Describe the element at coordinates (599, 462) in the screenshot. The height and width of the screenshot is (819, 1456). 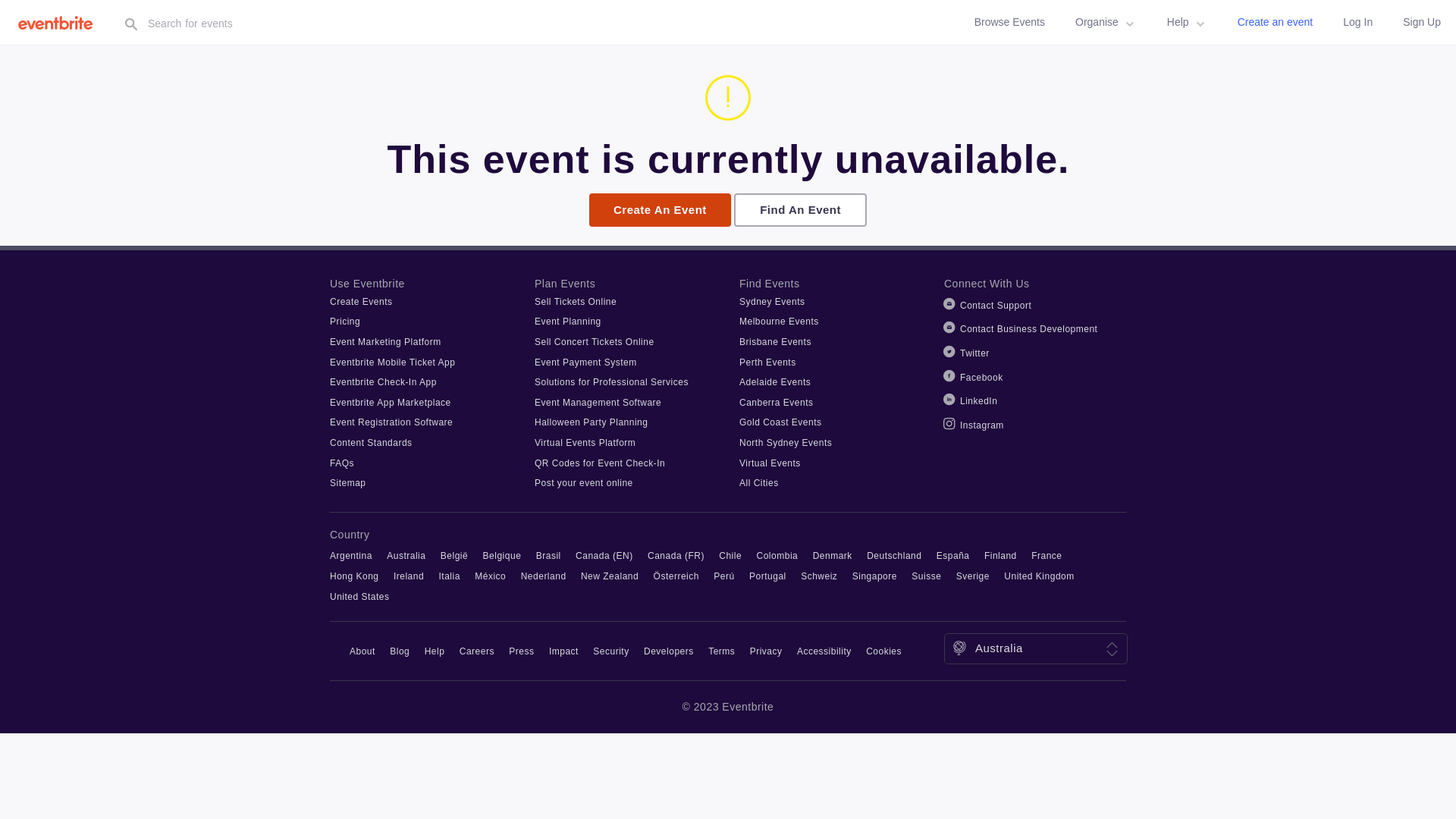
I see `'QR Codes for Event Check-In'` at that location.